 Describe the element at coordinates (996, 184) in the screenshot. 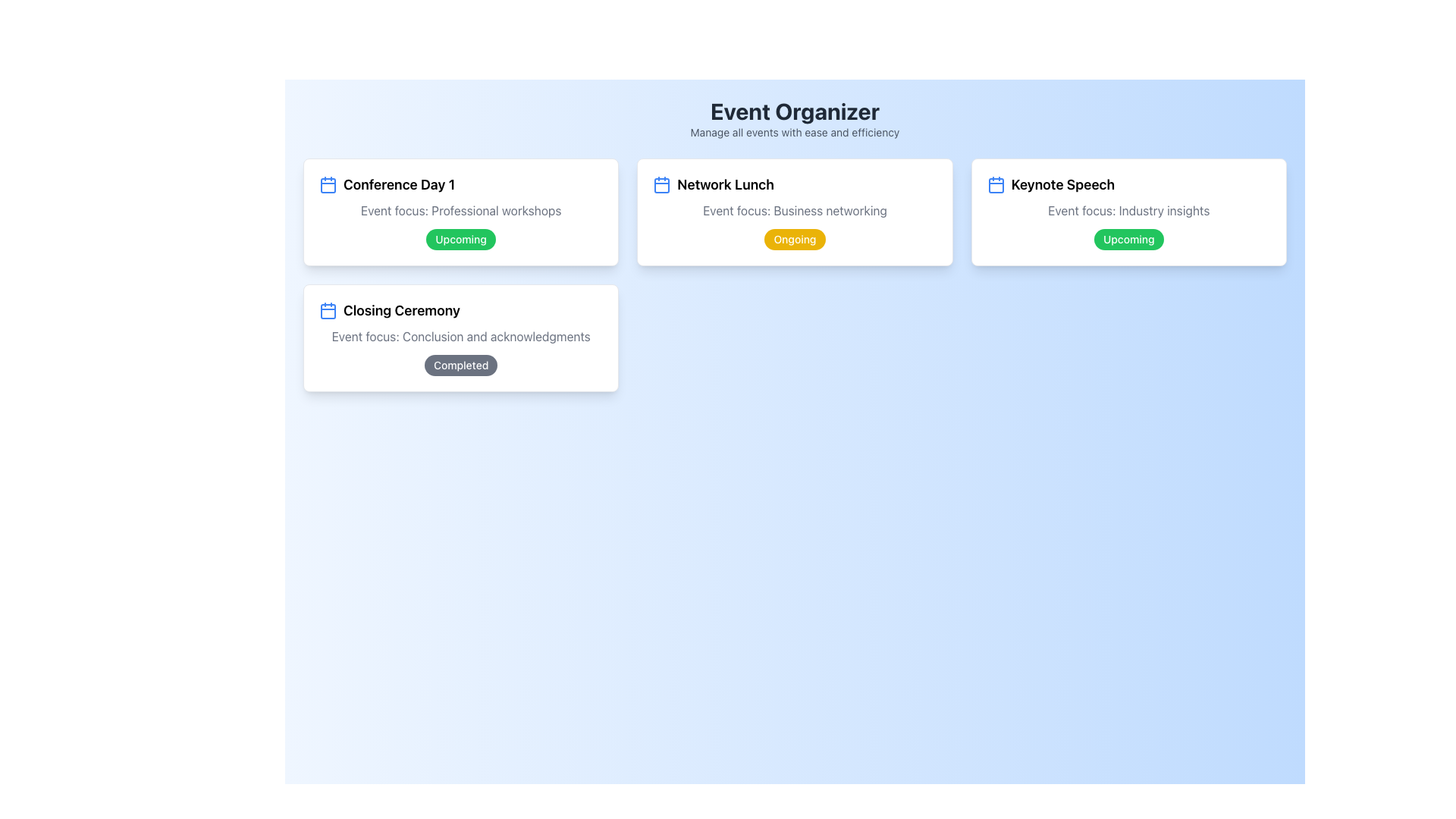

I see `the calendar icon located at the top right corner of the 'Keynote Speech' event card, which visually represents the event's schedule` at that location.